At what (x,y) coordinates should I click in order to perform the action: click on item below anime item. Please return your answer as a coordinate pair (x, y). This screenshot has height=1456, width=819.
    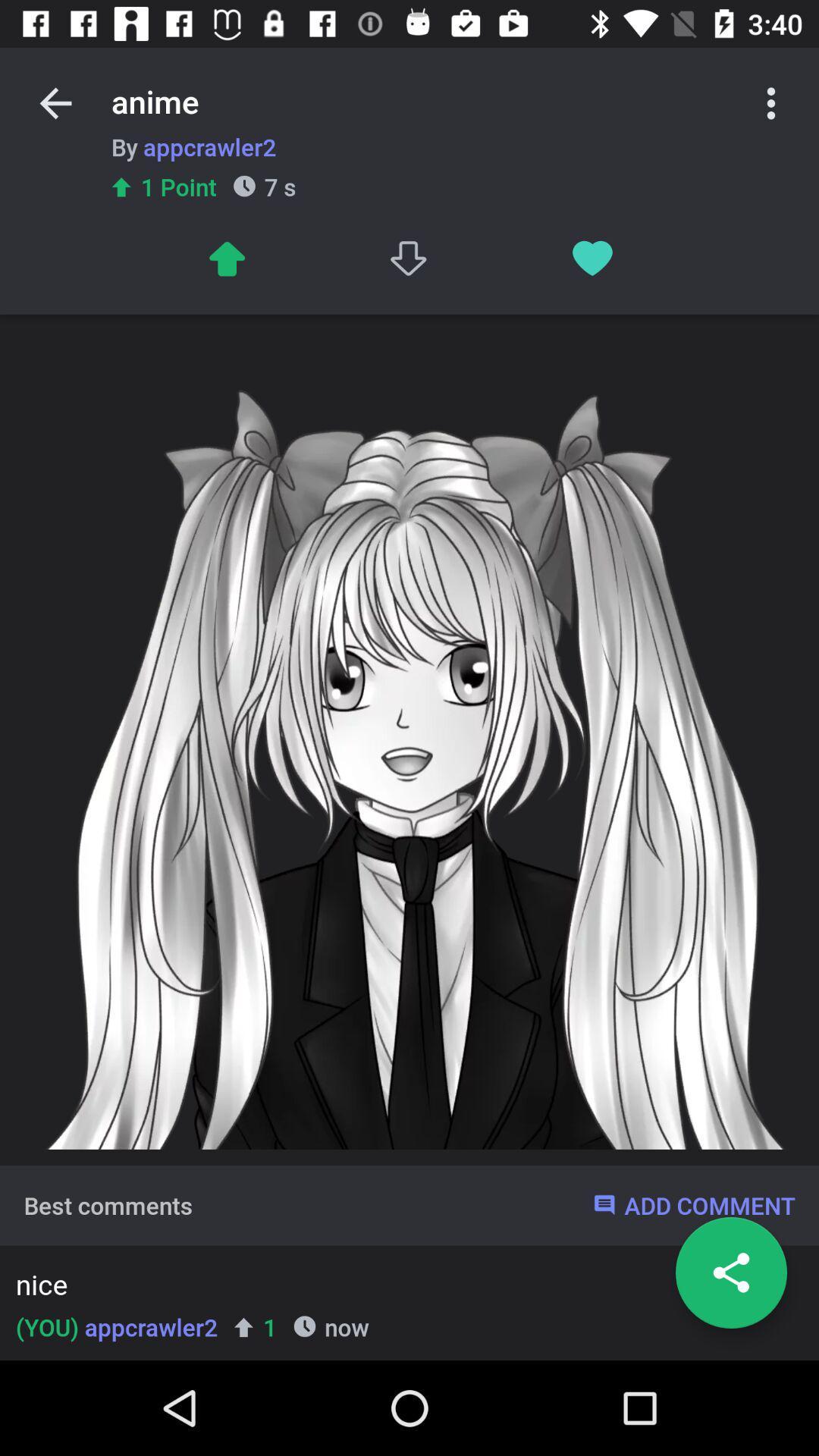
    Looking at the image, I should click on (193, 146).